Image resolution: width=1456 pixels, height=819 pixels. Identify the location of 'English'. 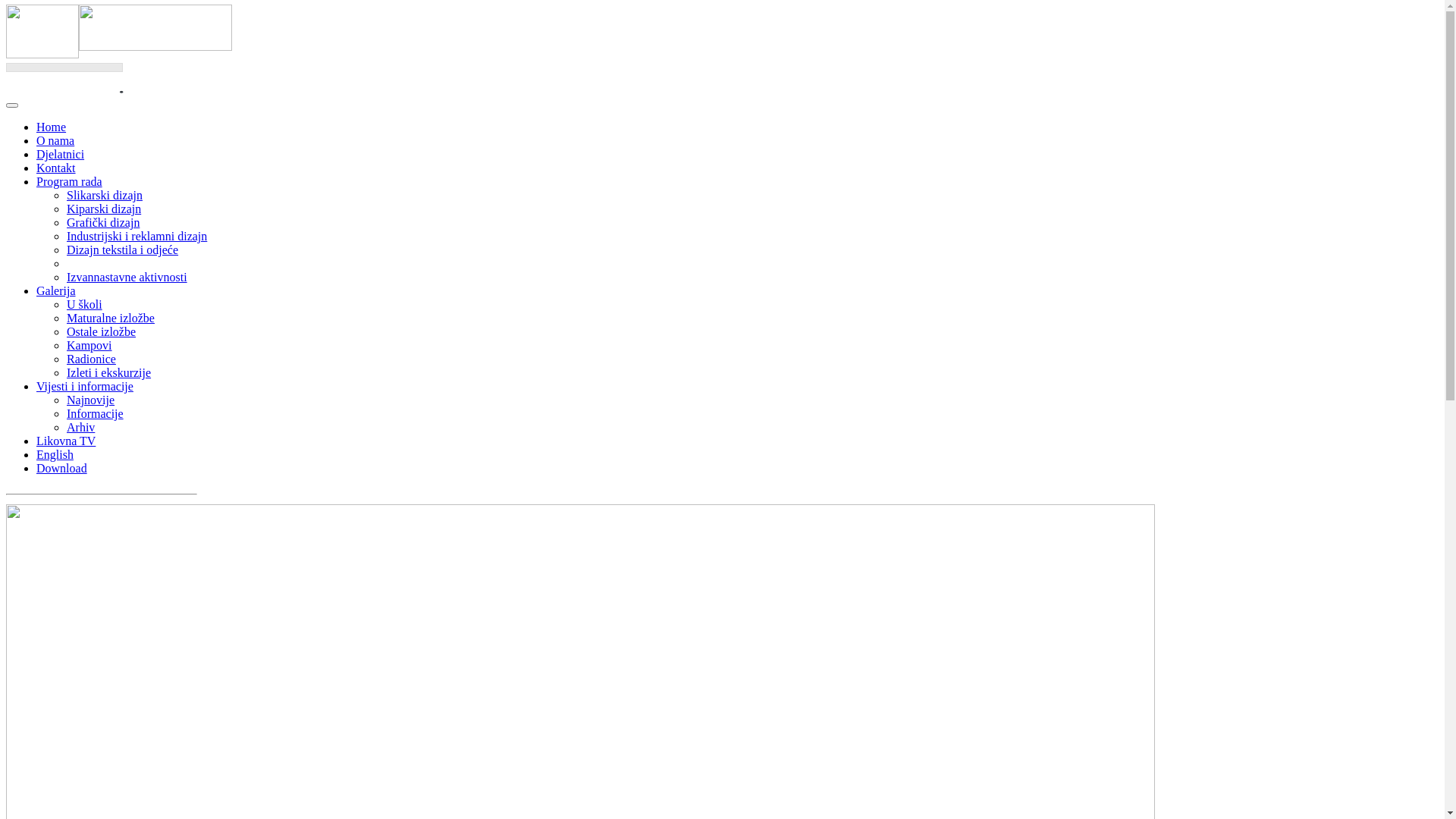
(55, 453).